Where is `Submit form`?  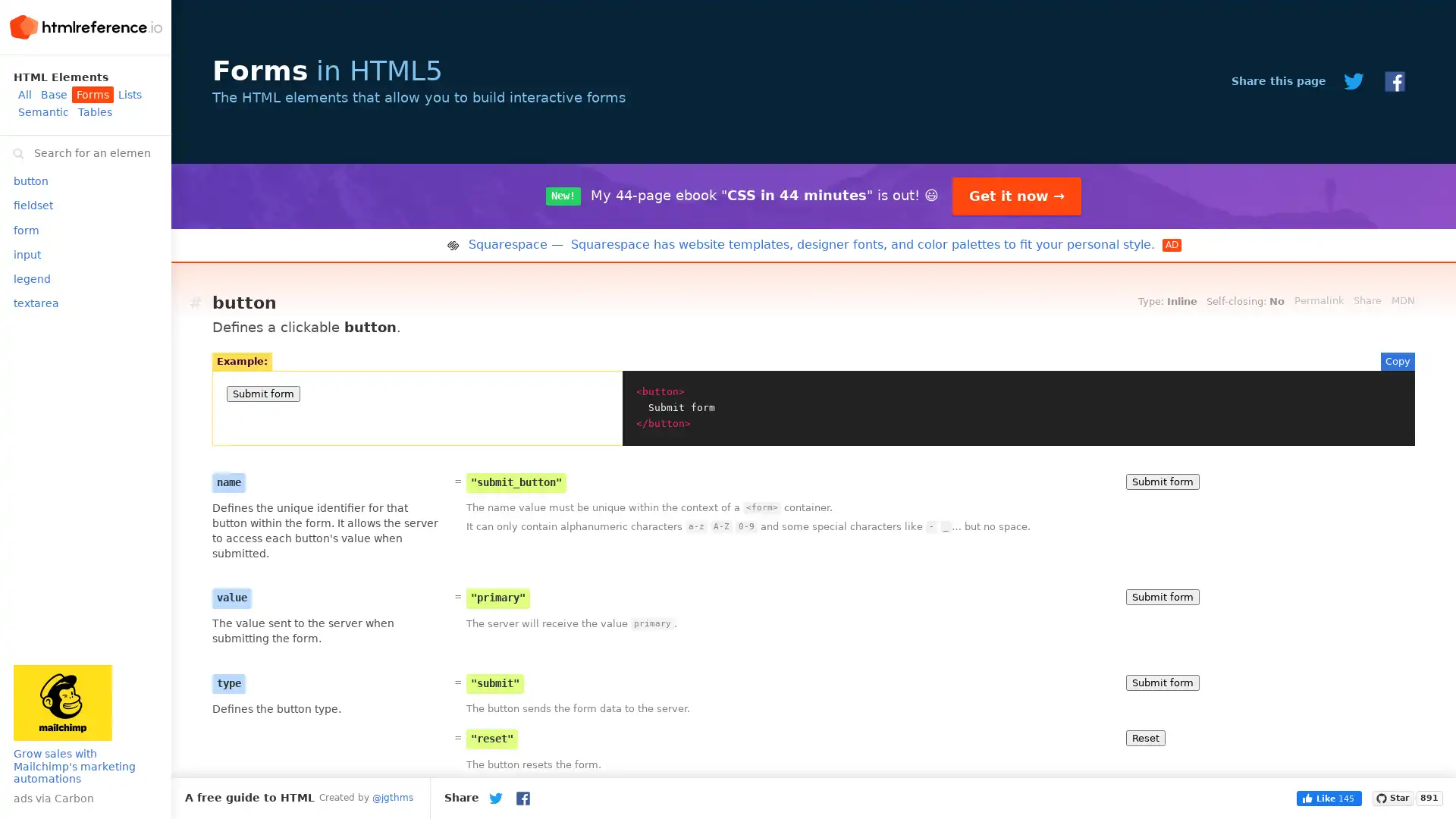 Submit form is located at coordinates (1162, 806).